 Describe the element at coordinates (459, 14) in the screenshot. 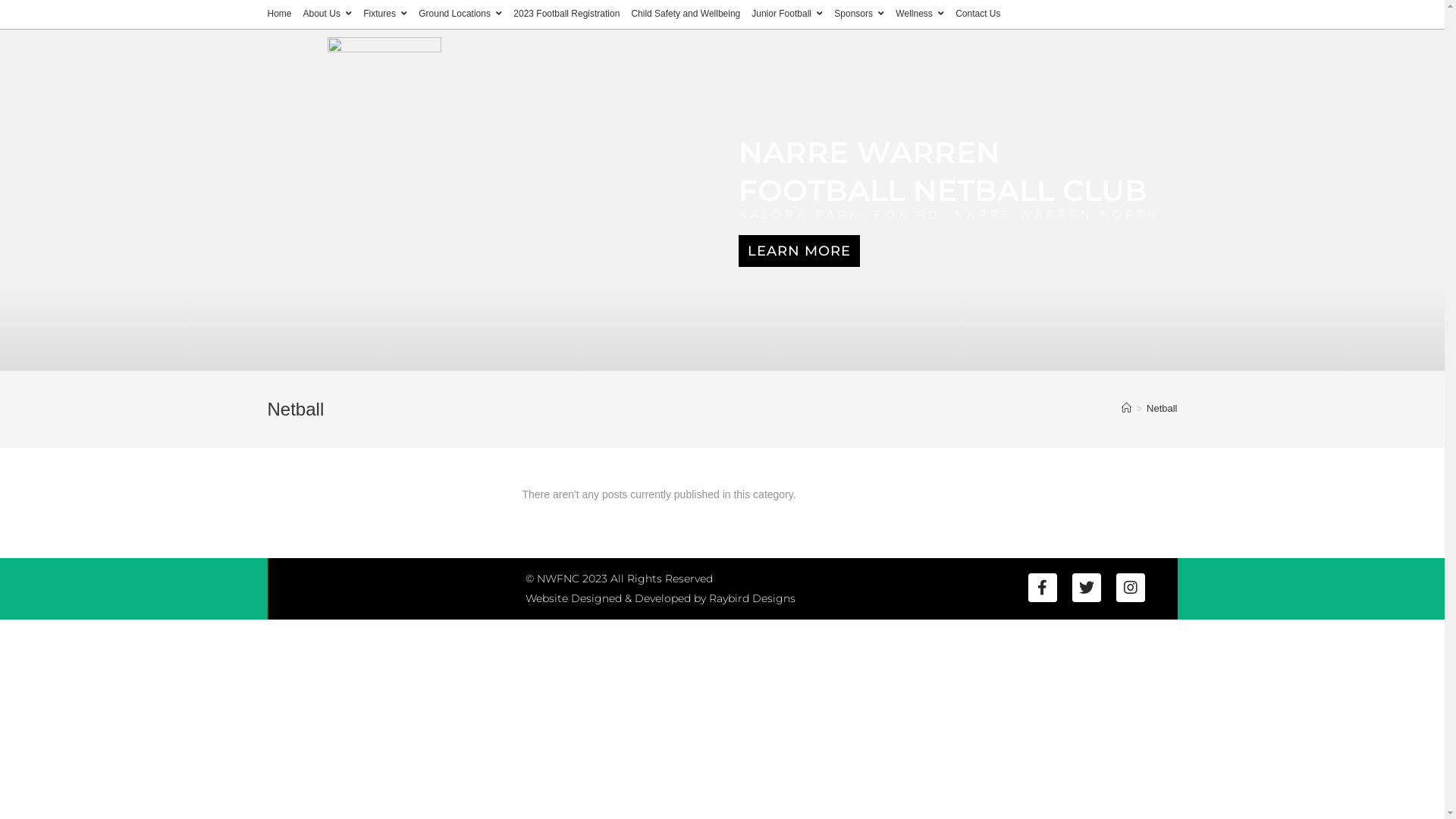

I see `'Ground Locations'` at that location.